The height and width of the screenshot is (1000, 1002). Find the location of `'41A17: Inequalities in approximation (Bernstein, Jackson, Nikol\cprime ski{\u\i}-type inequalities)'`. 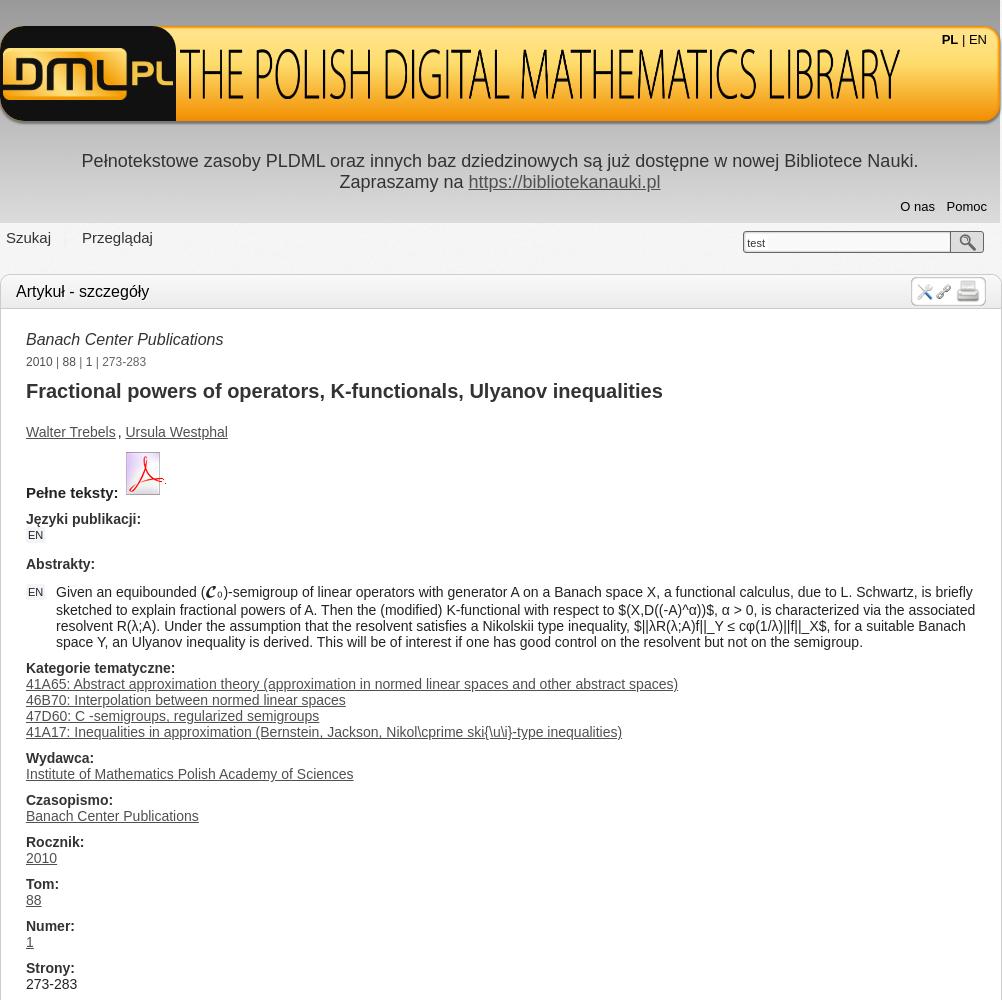

'41A17: Inequalities in approximation (Bernstein, Jackson, Nikol\cprime ski{\u\i}-type inequalities)' is located at coordinates (323, 731).